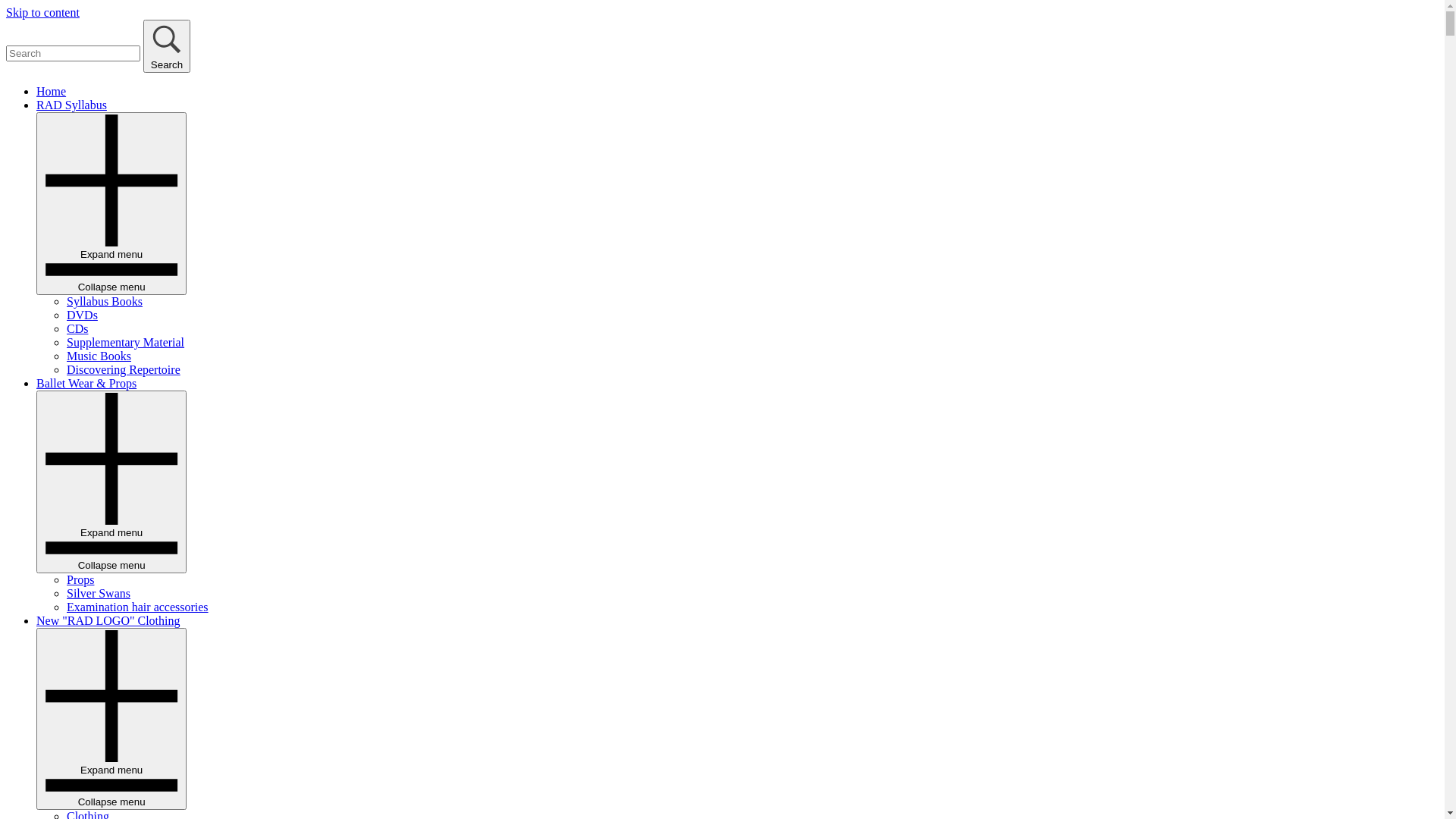 This screenshot has height=819, width=1456. Describe the element at coordinates (79, 579) in the screenshot. I see `'Props'` at that location.